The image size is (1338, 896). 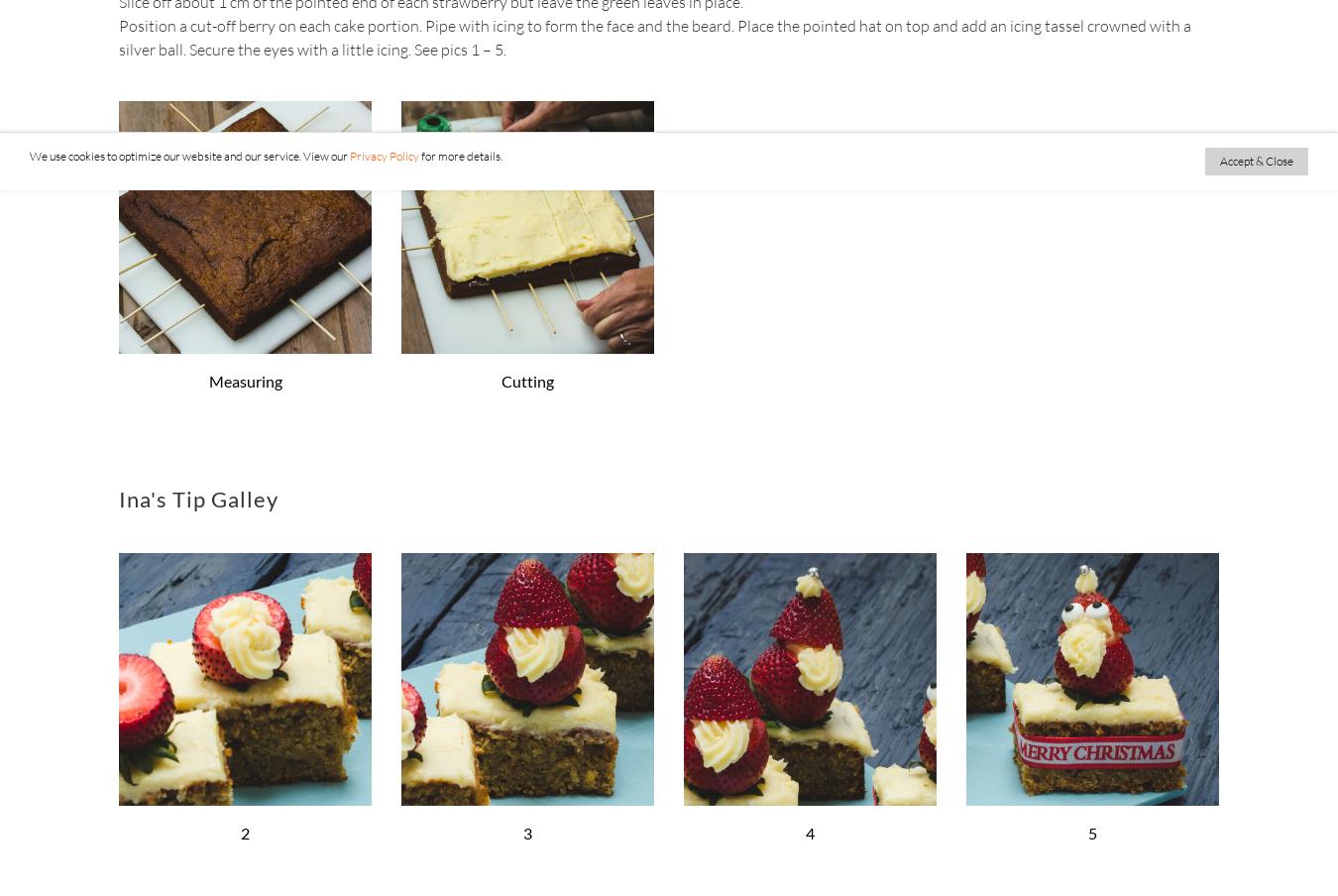 I want to click on 'Ina's Tip Galley', so click(x=198, y=497).